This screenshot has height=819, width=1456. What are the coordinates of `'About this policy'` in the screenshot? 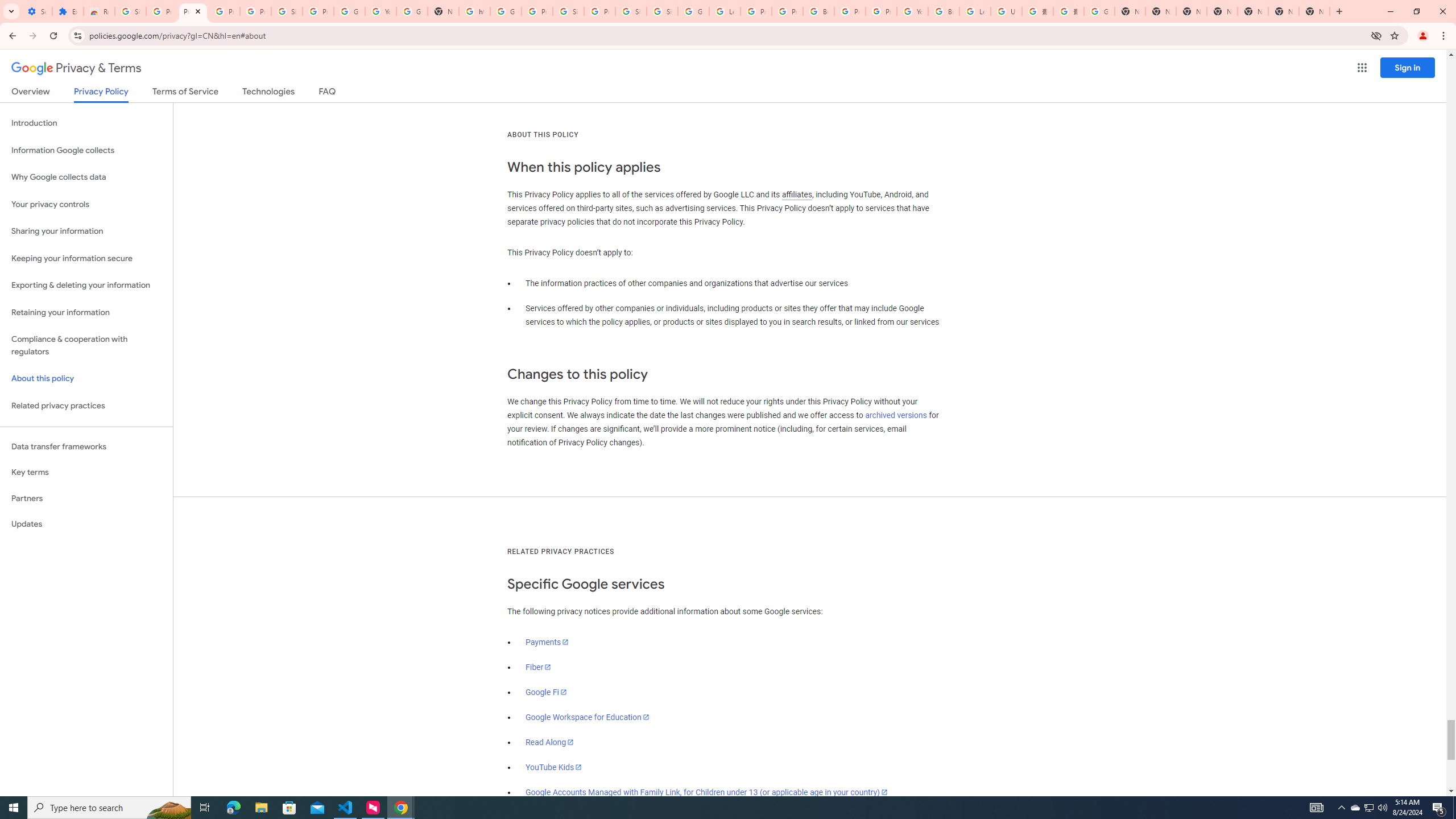 It's located at (86, 379).